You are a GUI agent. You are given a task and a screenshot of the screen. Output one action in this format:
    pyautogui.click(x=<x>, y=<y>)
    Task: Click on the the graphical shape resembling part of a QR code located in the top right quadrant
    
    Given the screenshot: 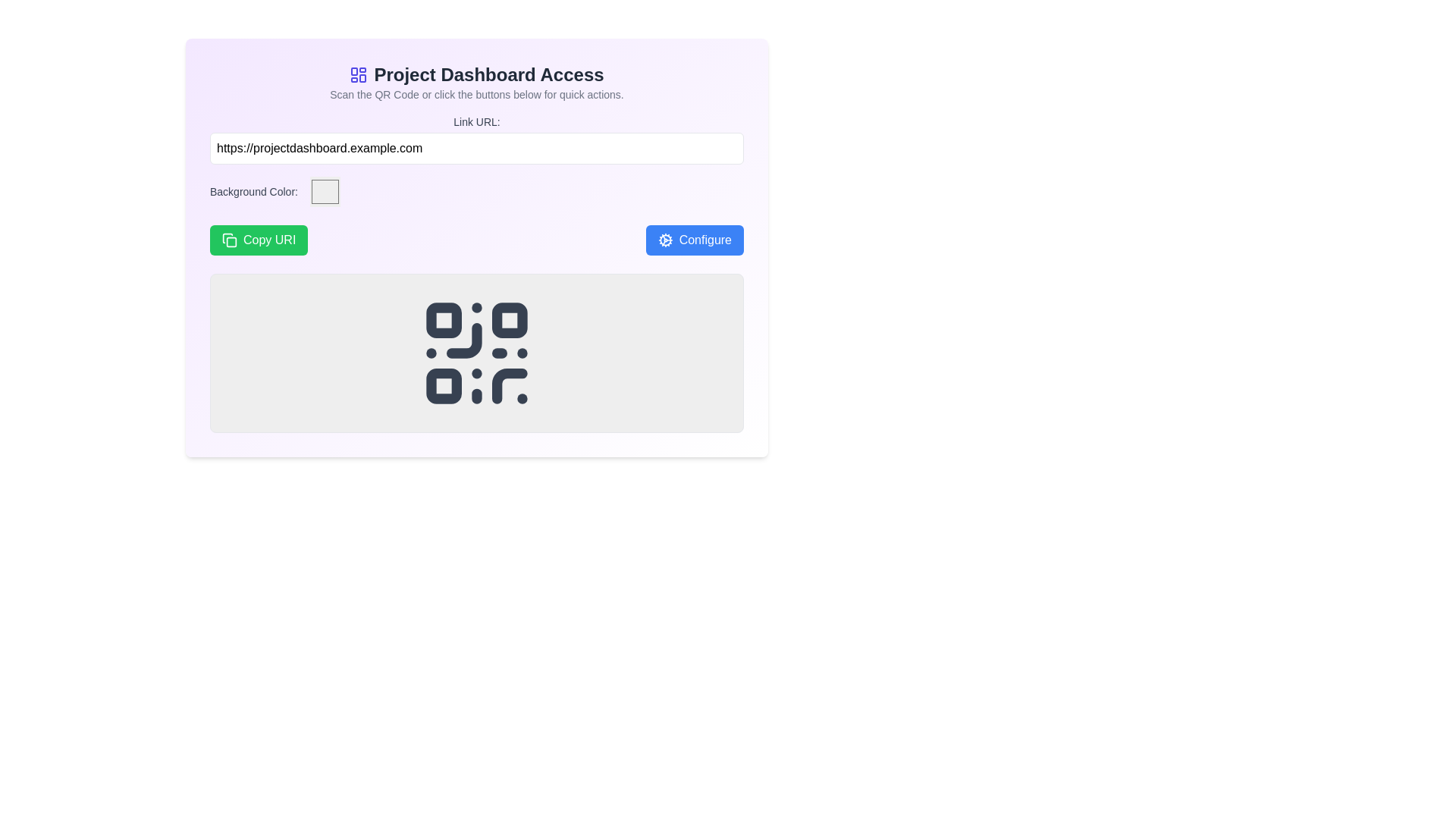 What is the action you would take?
    pyautogui.click(x=463, y=340)
    